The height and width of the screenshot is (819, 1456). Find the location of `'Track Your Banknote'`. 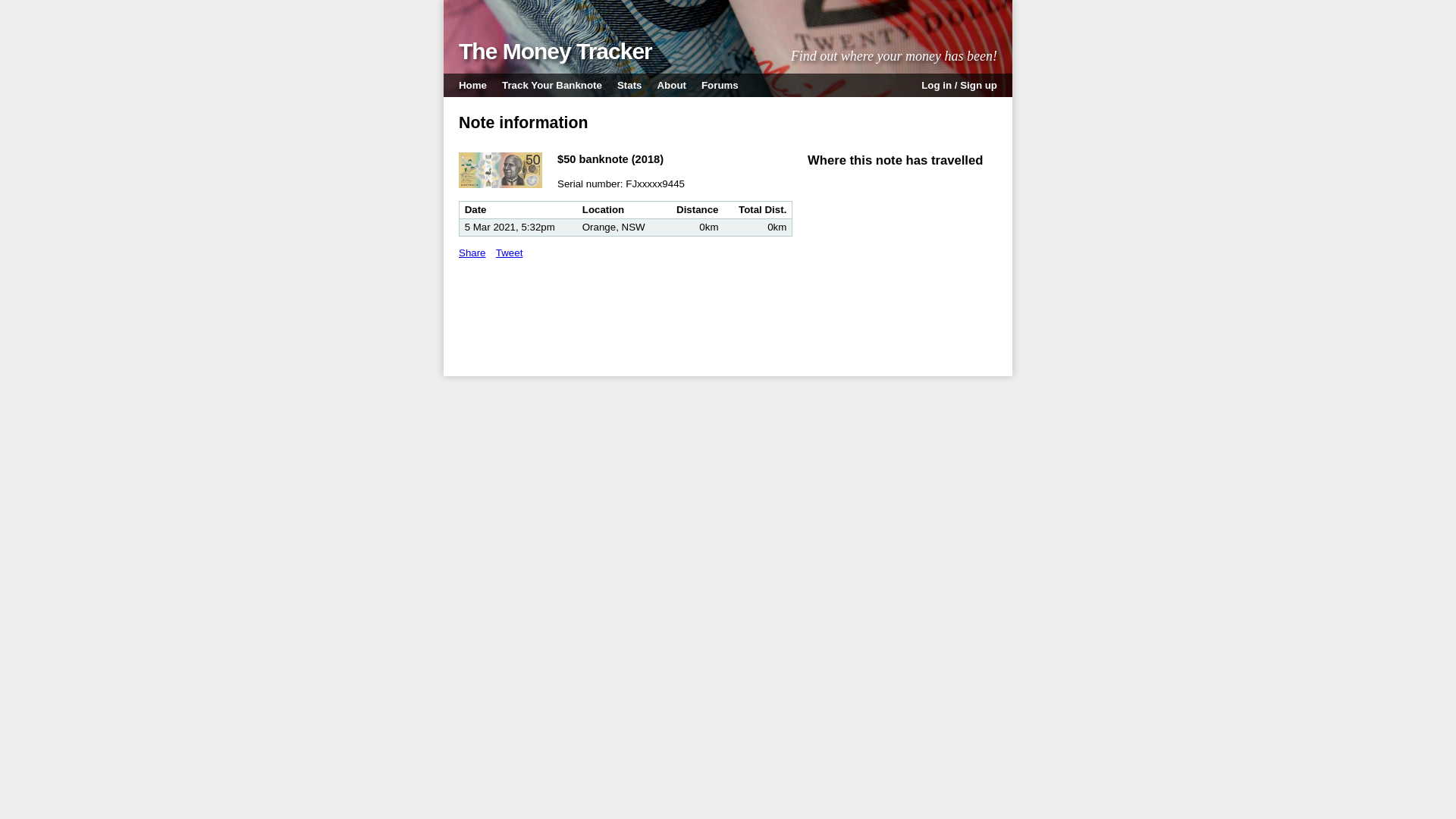

'Track Your Banknote' is located at coordinates (551, 85).